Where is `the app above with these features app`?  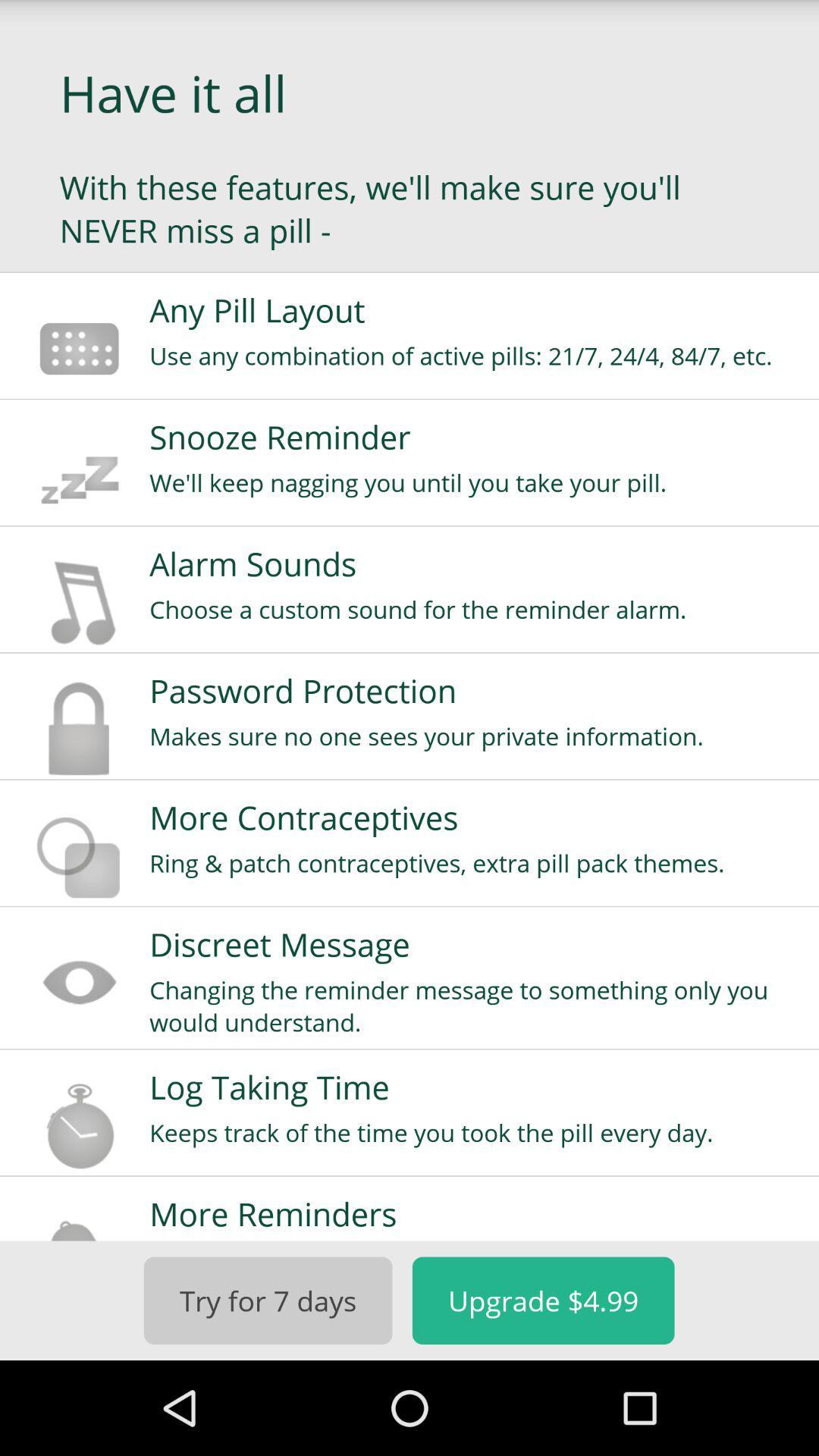
the app above with these features app is located at coordinates (409, 92).